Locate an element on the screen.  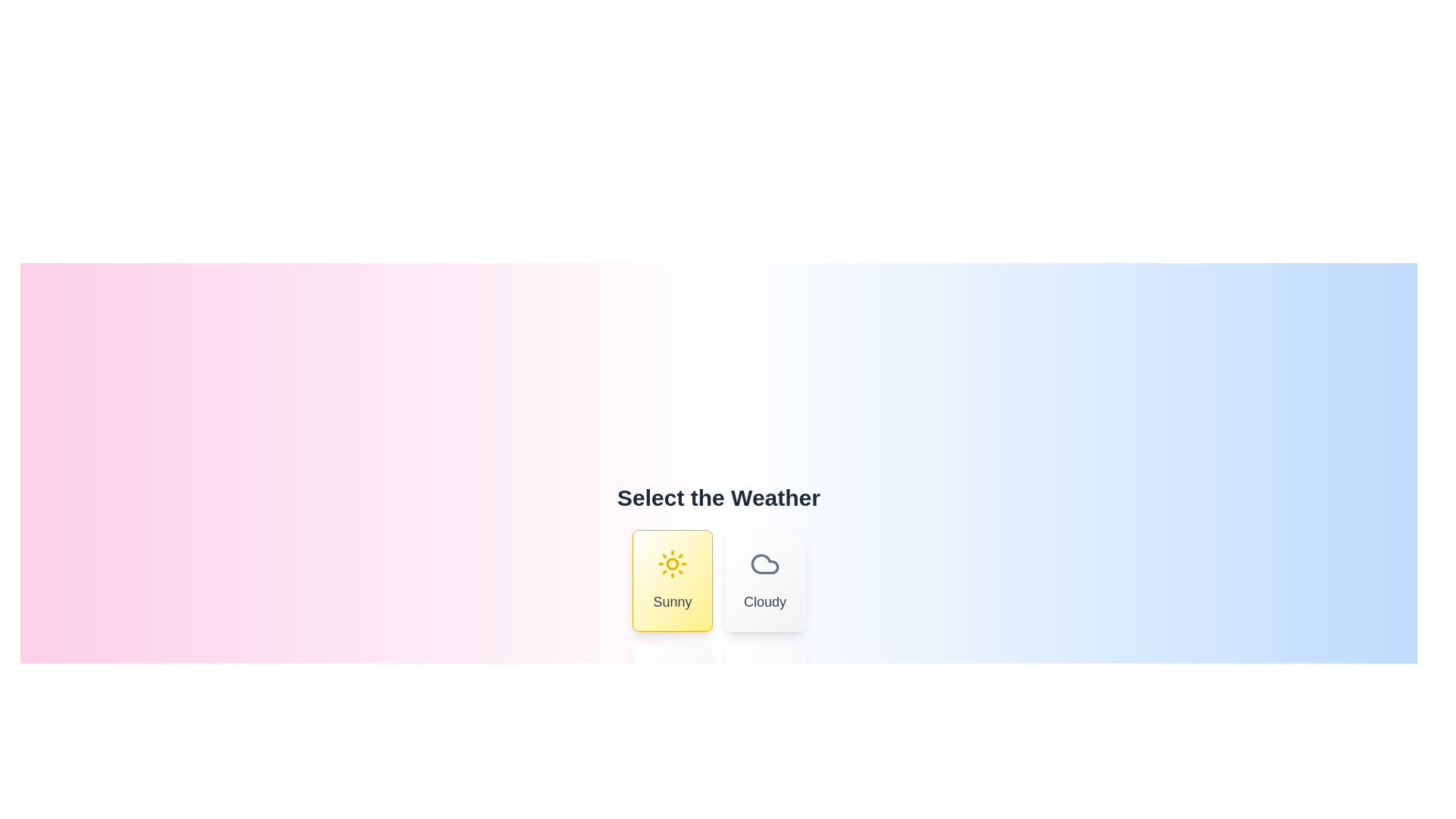
the 'Cloudy' weather option button for keyboard navigation is located at coordinates (764, 580).